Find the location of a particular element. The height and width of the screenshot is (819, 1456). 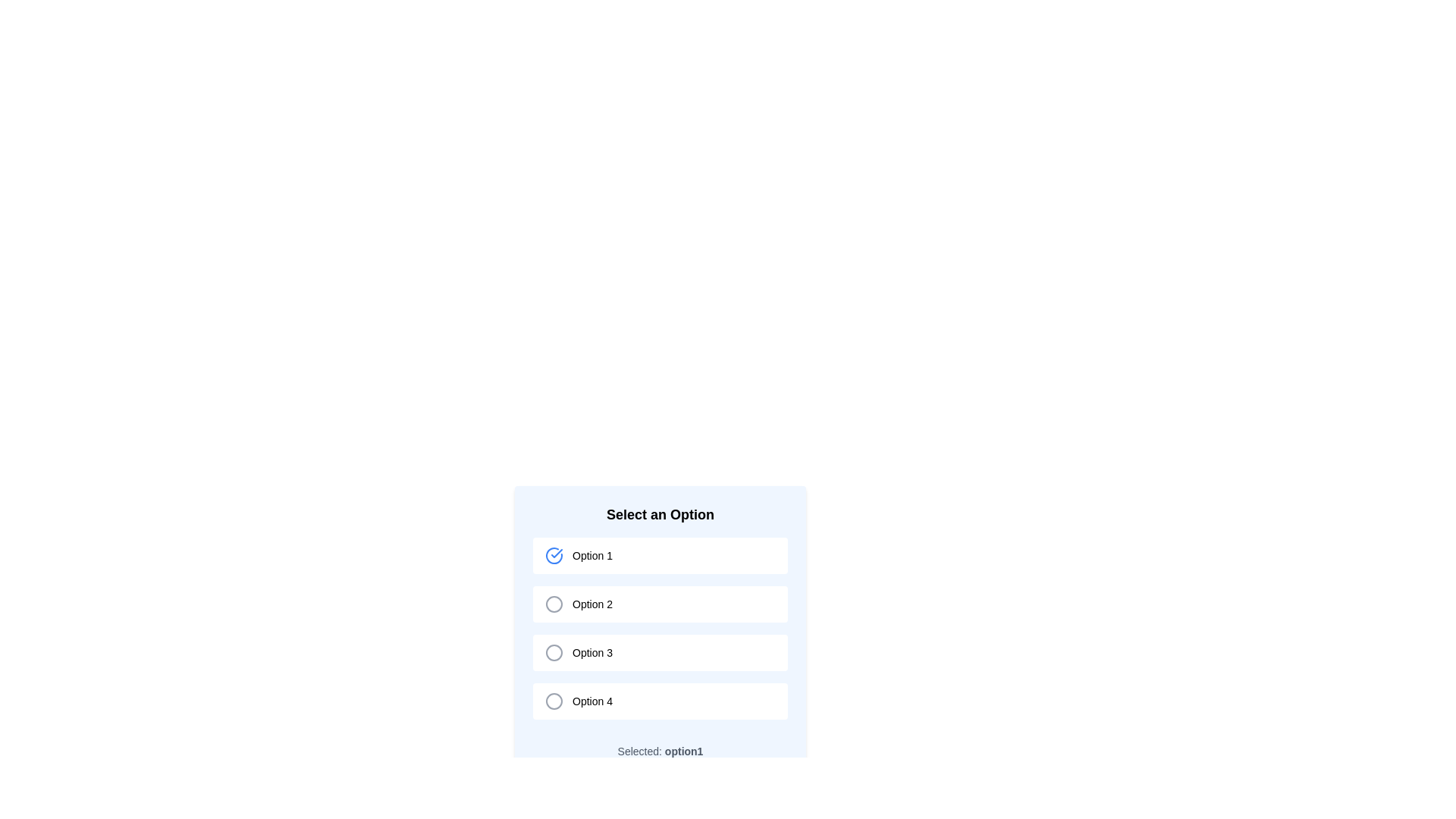

the radio button option labeled 'Option 4', which is styled with a white rounded background and changes to blue on hover, located as the fourth option in the vertical list titled 'Select an Option' is located at coordinates (660, 701).